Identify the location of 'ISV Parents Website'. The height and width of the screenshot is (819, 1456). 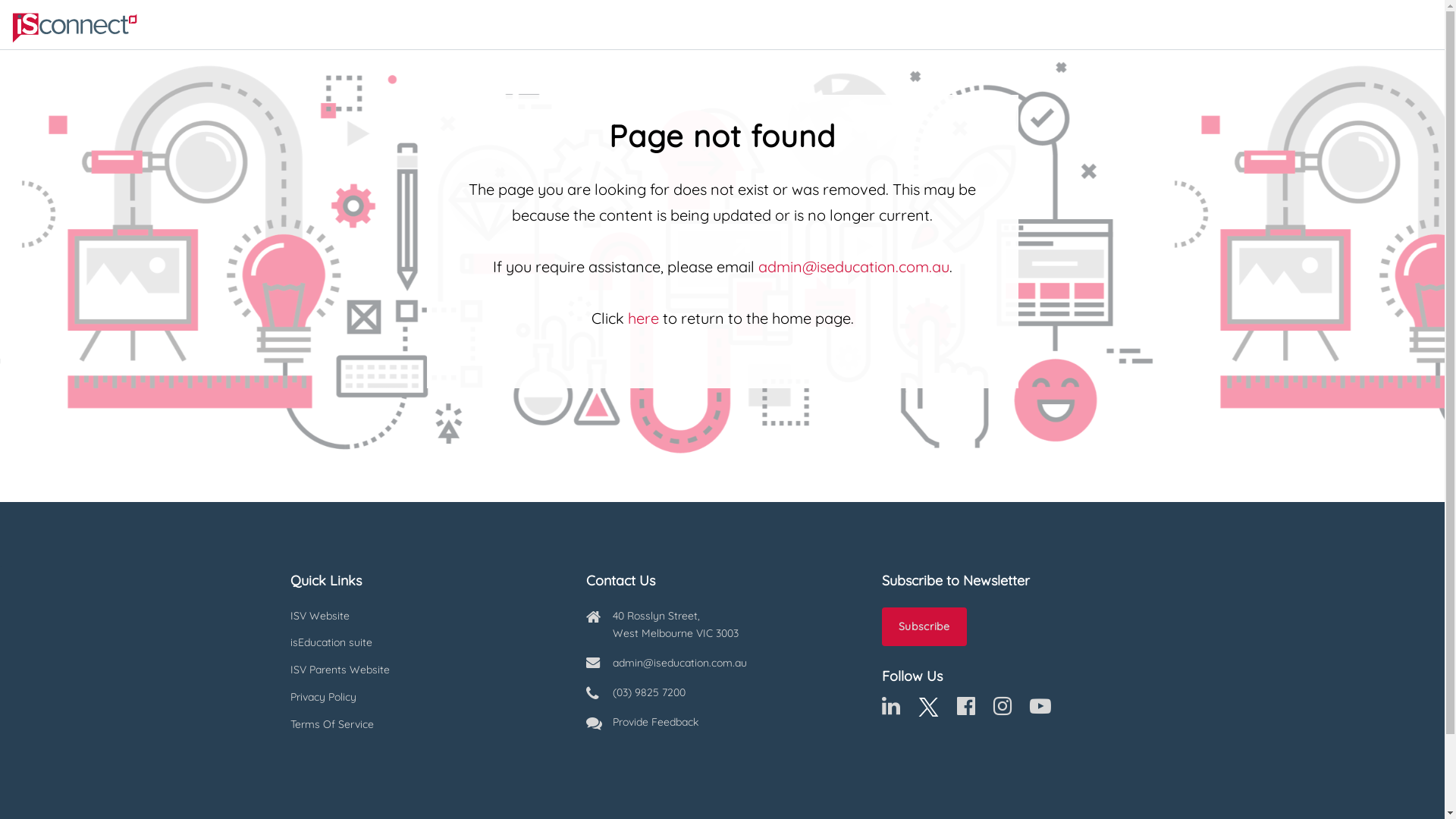
(425, 669).